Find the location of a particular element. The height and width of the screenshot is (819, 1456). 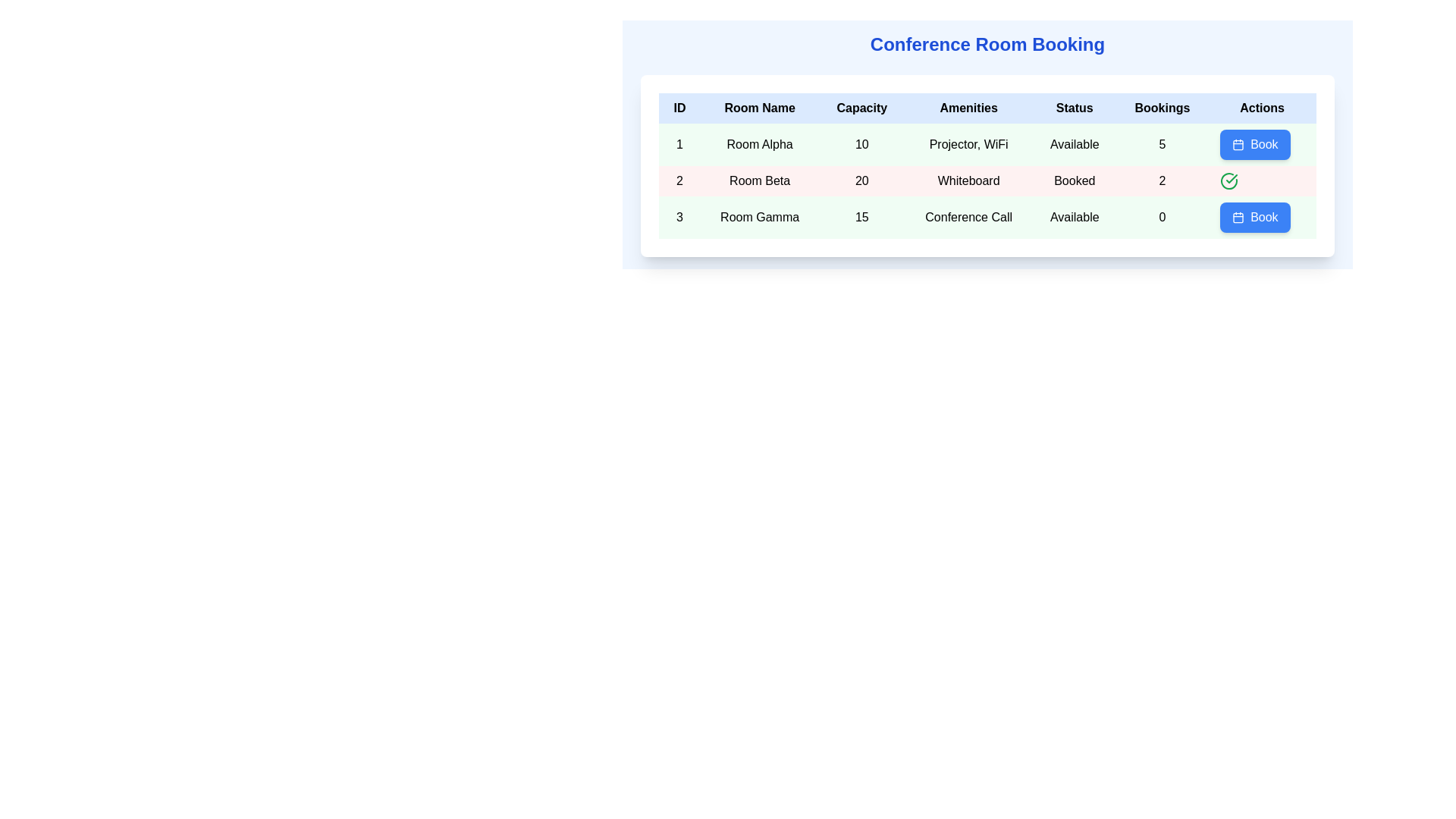

the 'Amenities' text label located in the fourth column of the header row in the conference room booking interface is located at coordinates (968, 107).